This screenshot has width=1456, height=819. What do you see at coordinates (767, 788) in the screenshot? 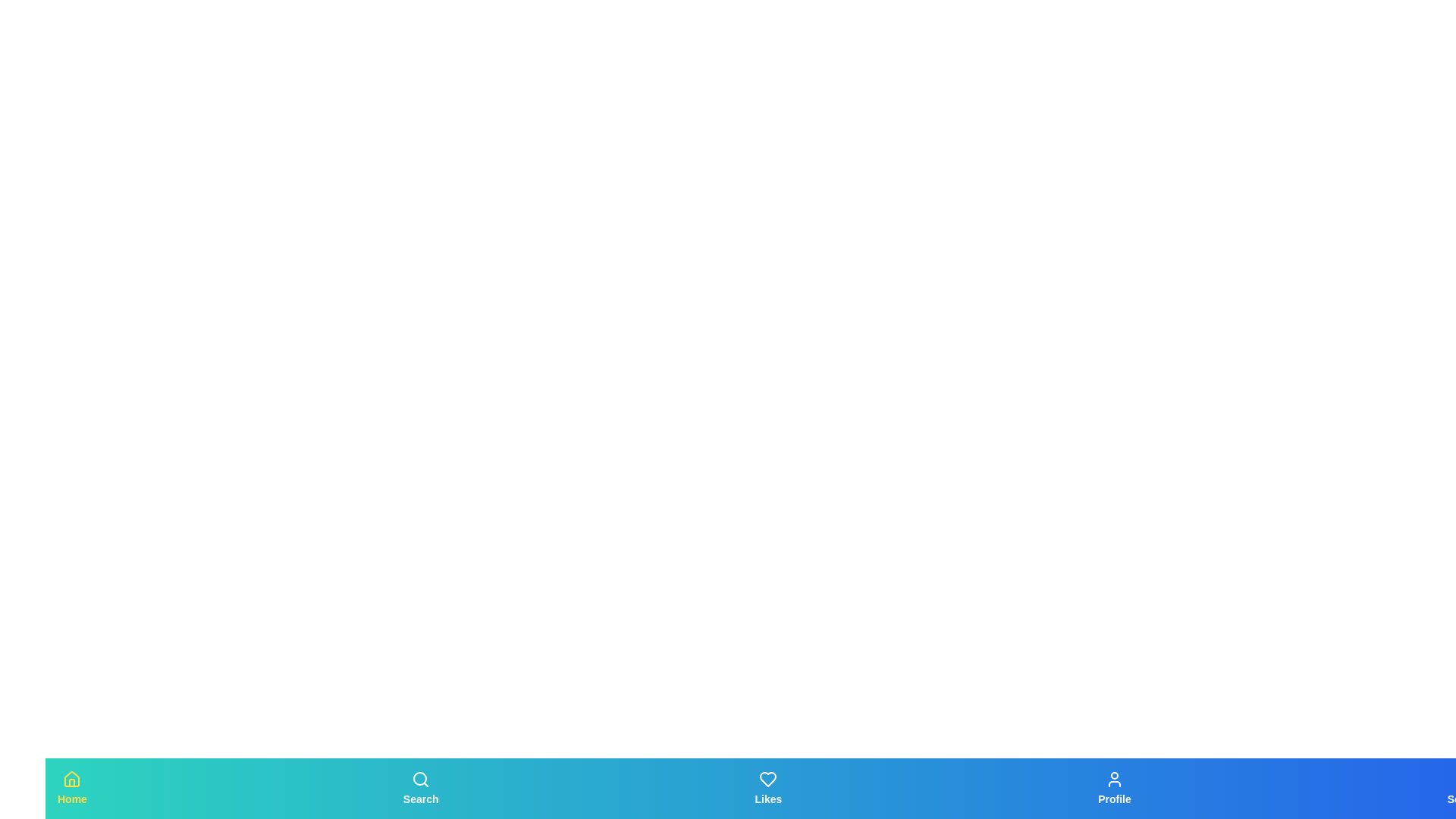
I see `the tab labeled Likes to observe the scaling effect` at bounding box center [767, 788].